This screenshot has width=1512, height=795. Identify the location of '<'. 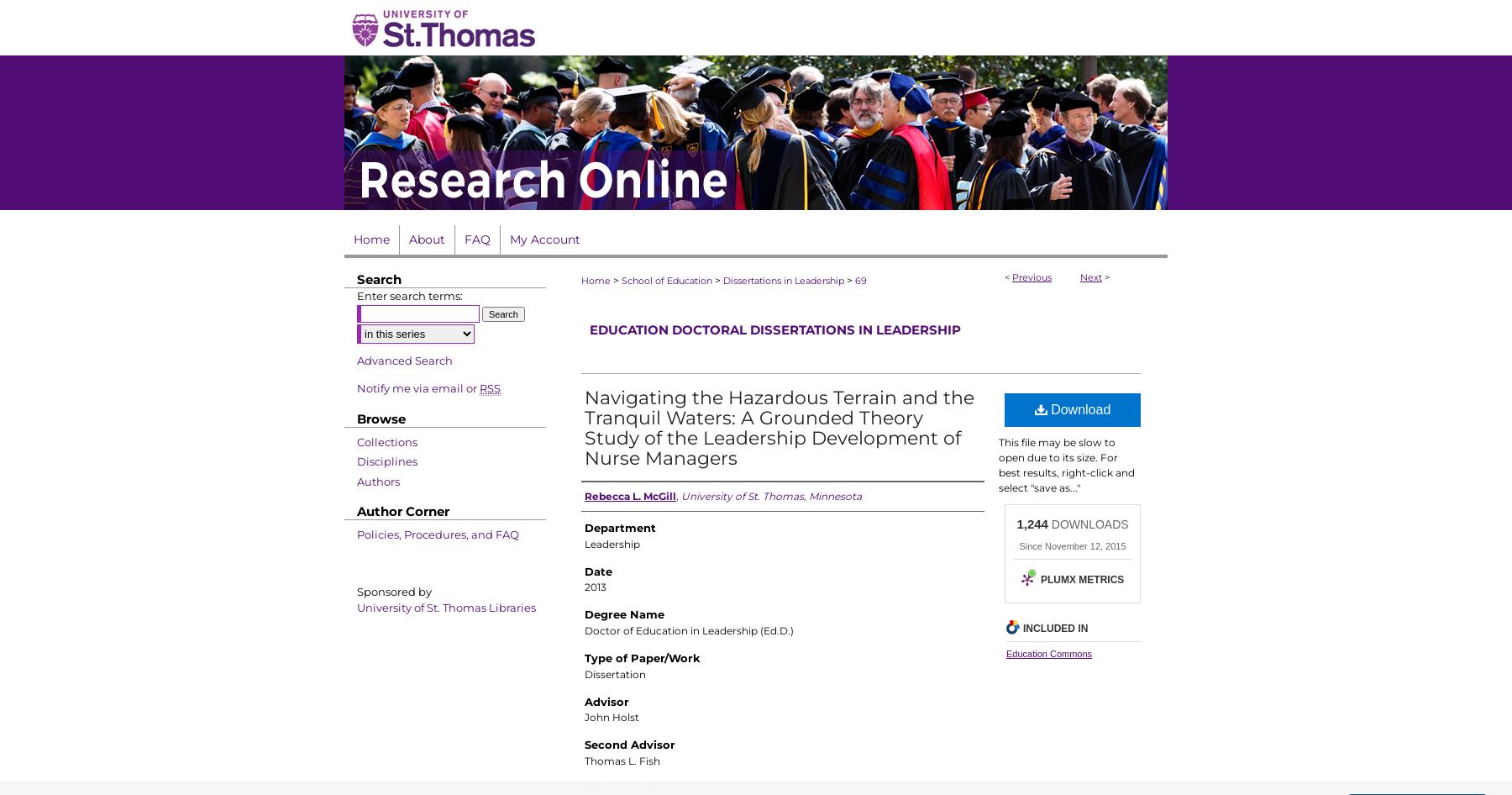
(1003, 276).